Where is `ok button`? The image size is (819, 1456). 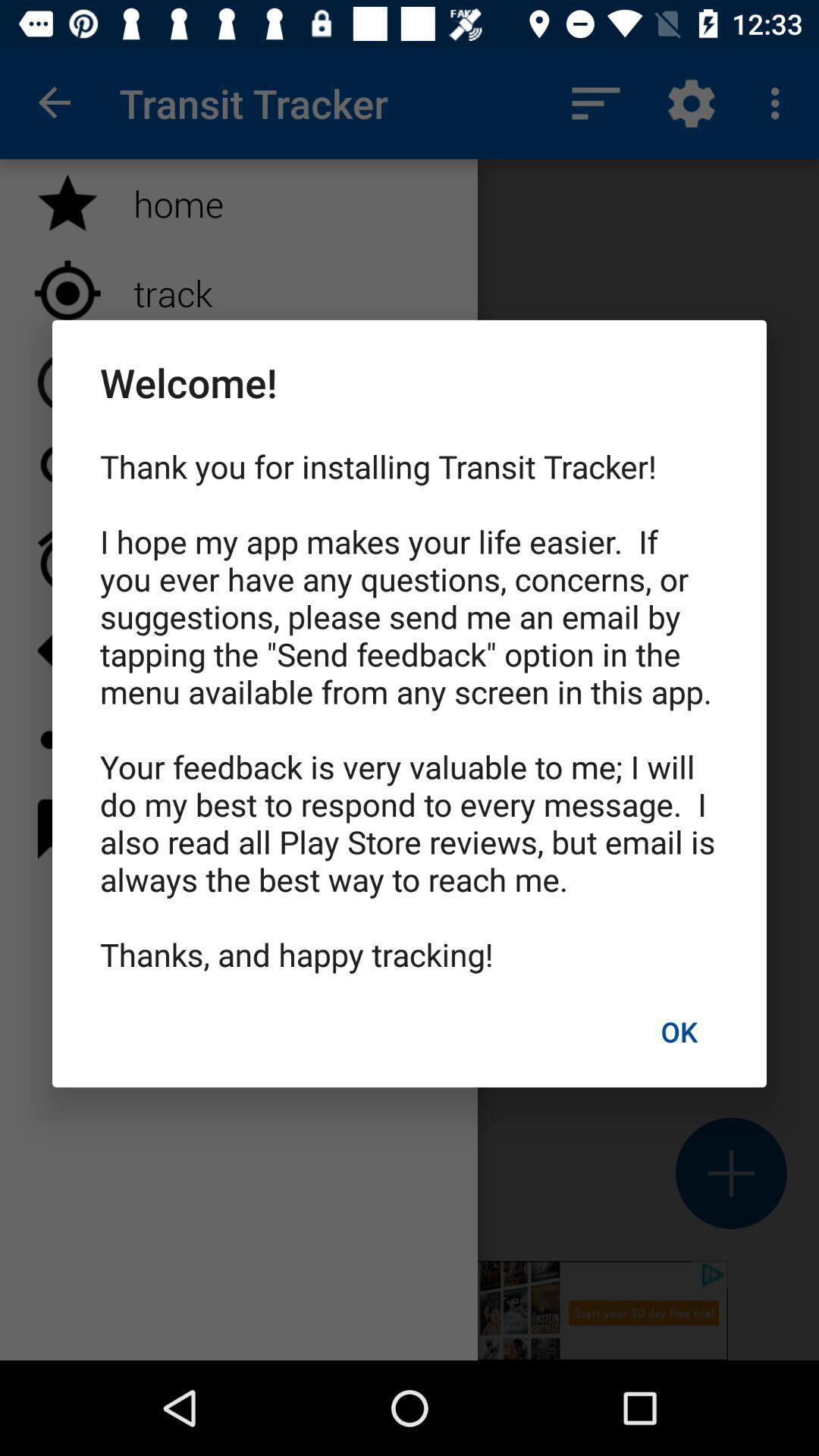
ok button is located at coordinates (678, 1031).